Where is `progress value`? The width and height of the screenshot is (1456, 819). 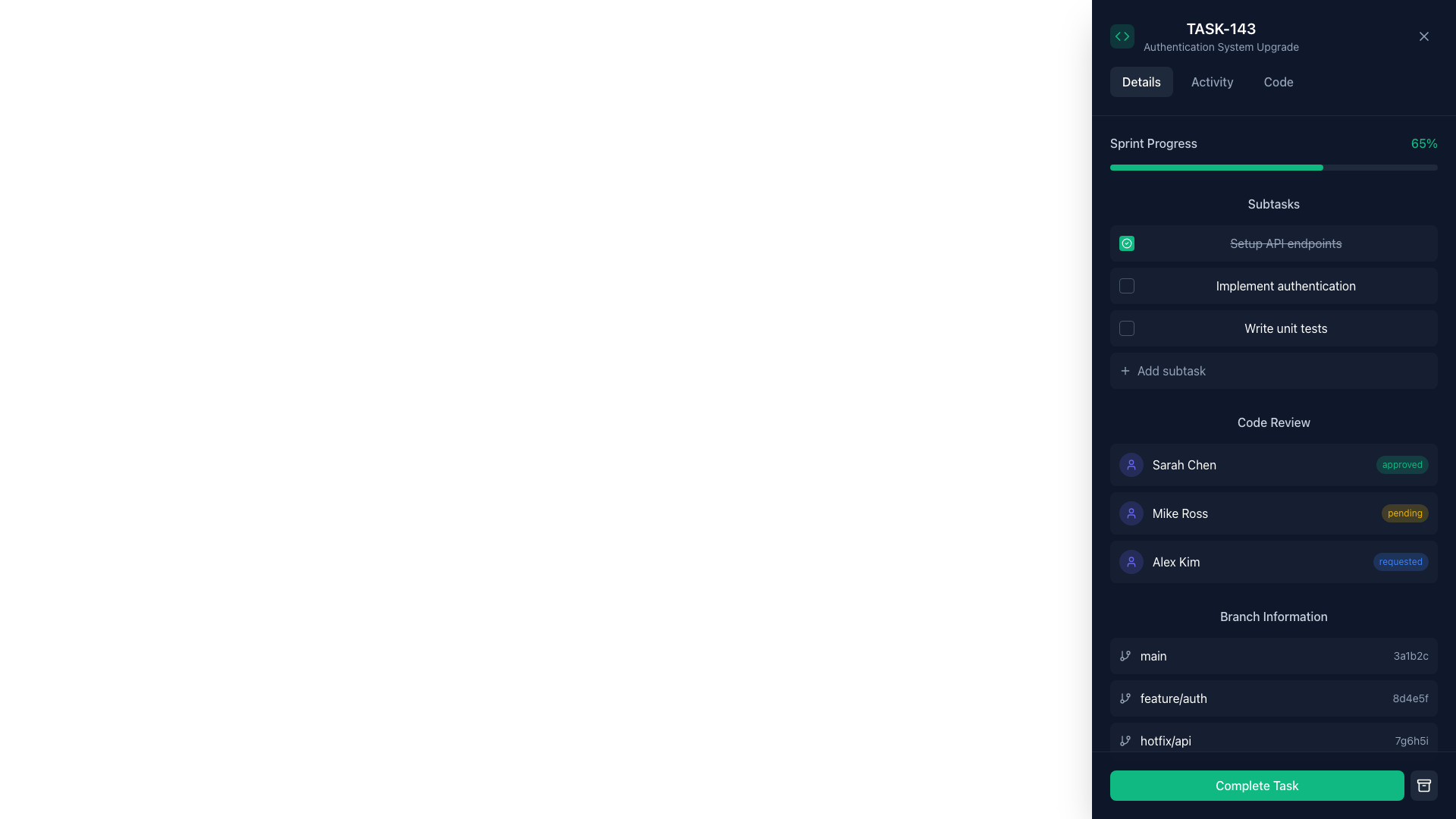
progress value is located at coordinates (1279, 167).